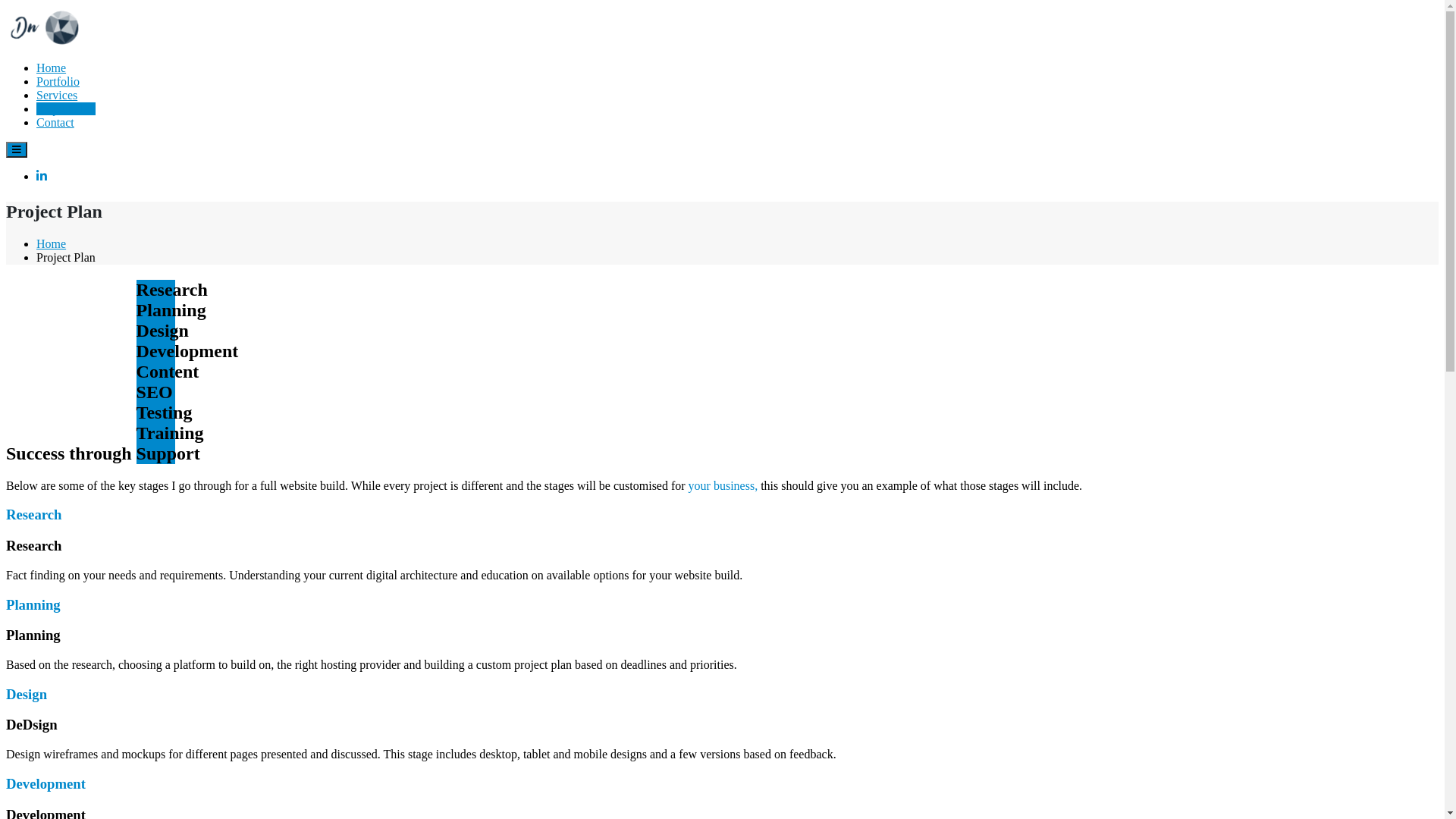  Describe the element at coordinates (64, 108) in the screenshot. I see `'Project Plan'` at that location.